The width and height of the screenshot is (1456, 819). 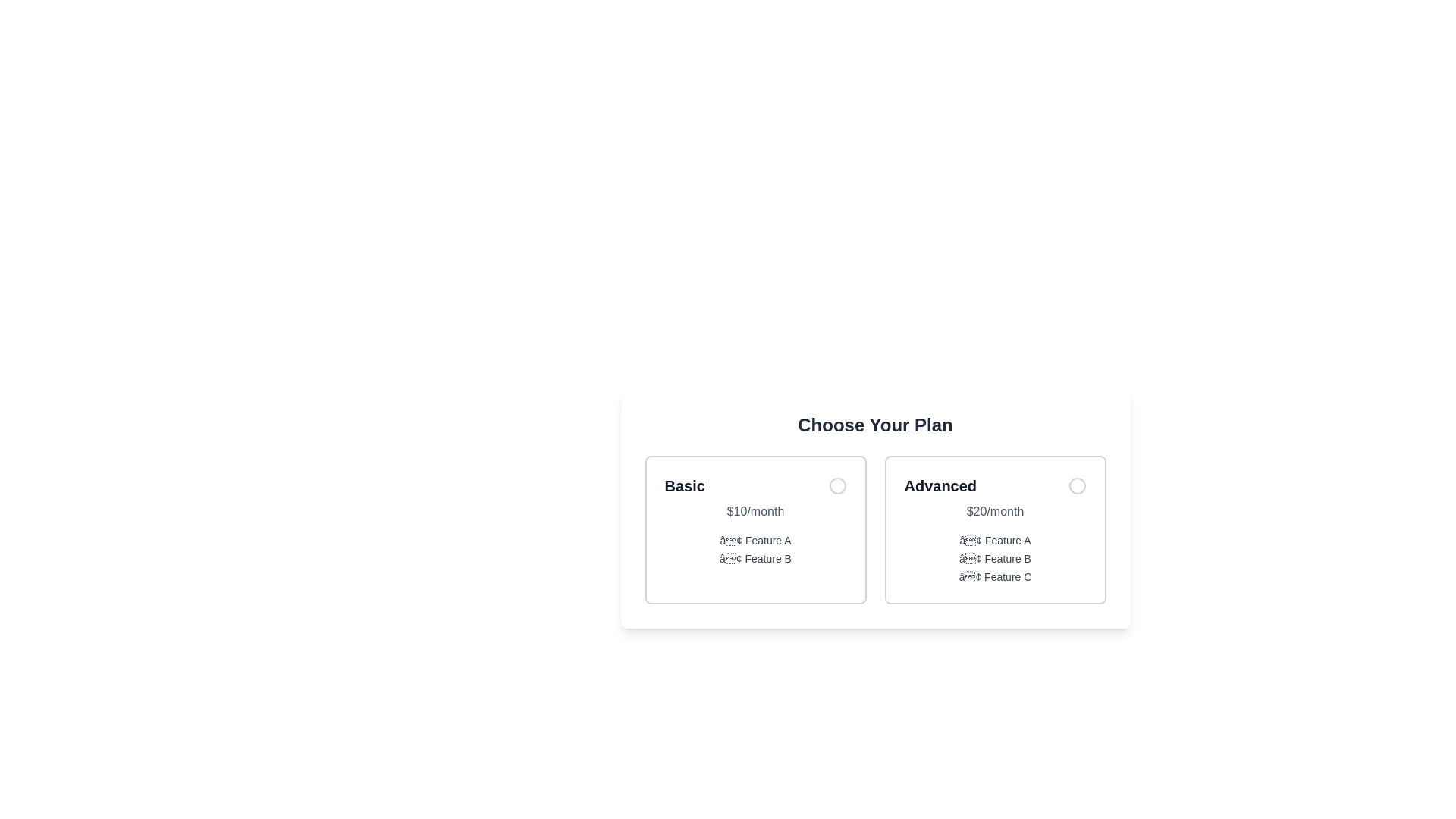 I want to click on the Text Block containing the features 'Feature A' and 'Feature B', which is styled in gray and positioned below the '$10/month' text within the 'Basic' card, so click(x=755, y=550).